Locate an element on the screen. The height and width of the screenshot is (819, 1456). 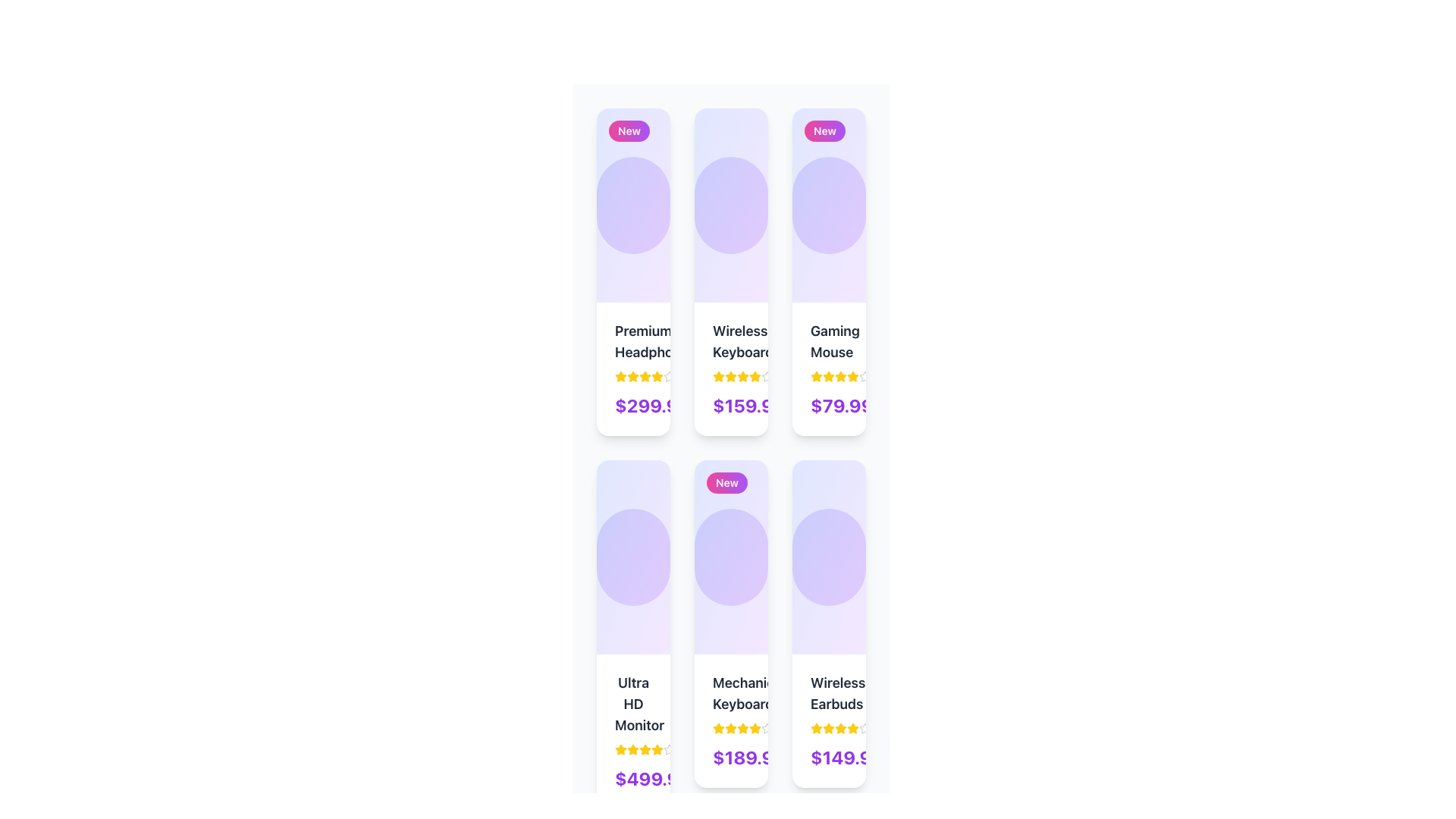
the yellow star icon in the rating UI component located within the third product card in the top row is located at coordinates (815, 375).